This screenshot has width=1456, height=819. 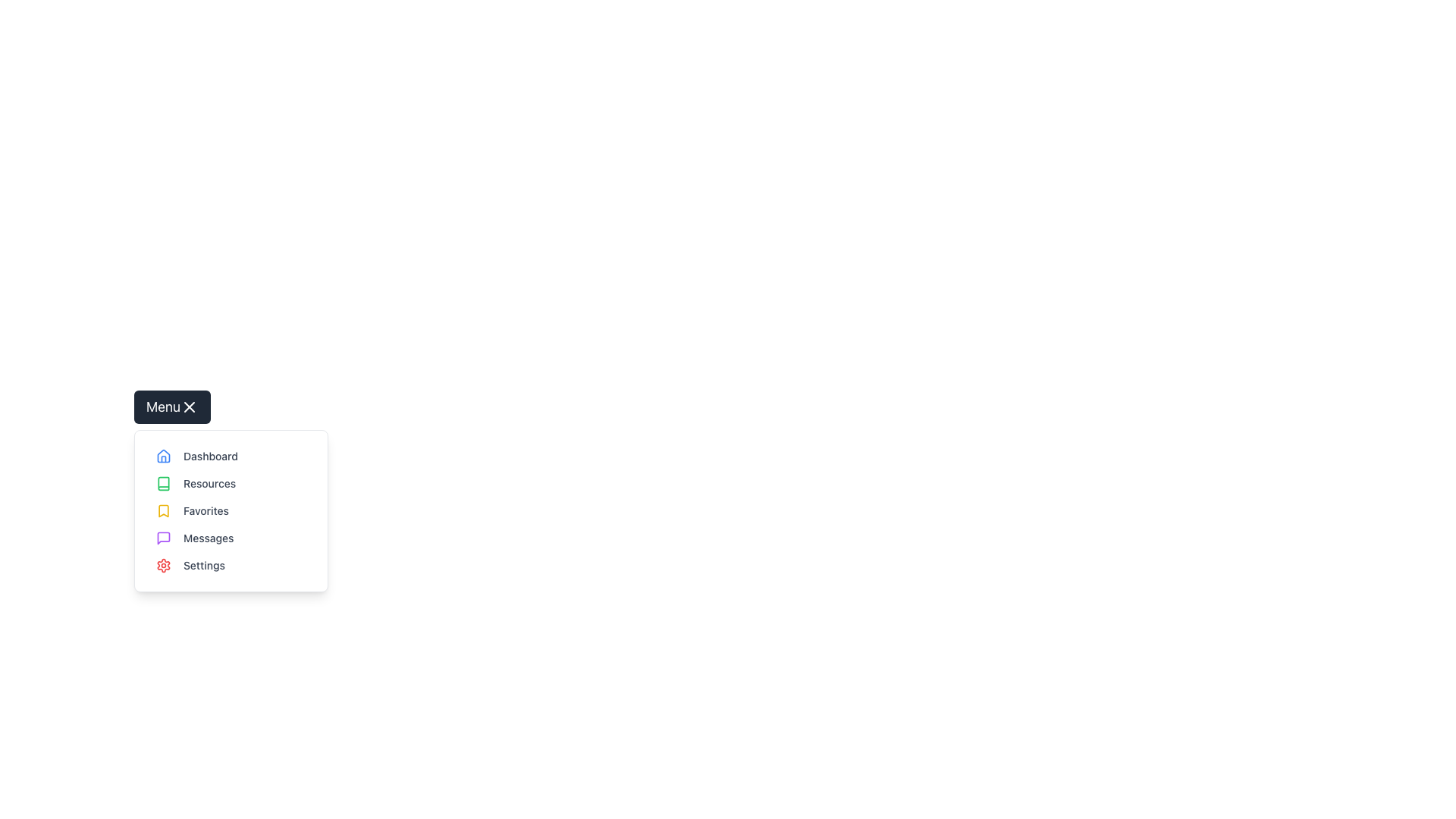 I want to click on the static text label that serves as a descriptor for the dropdown menu, located at the top left corner of the dropdown, adjacent to a 'Close' icon, so click(x=163, y=406).